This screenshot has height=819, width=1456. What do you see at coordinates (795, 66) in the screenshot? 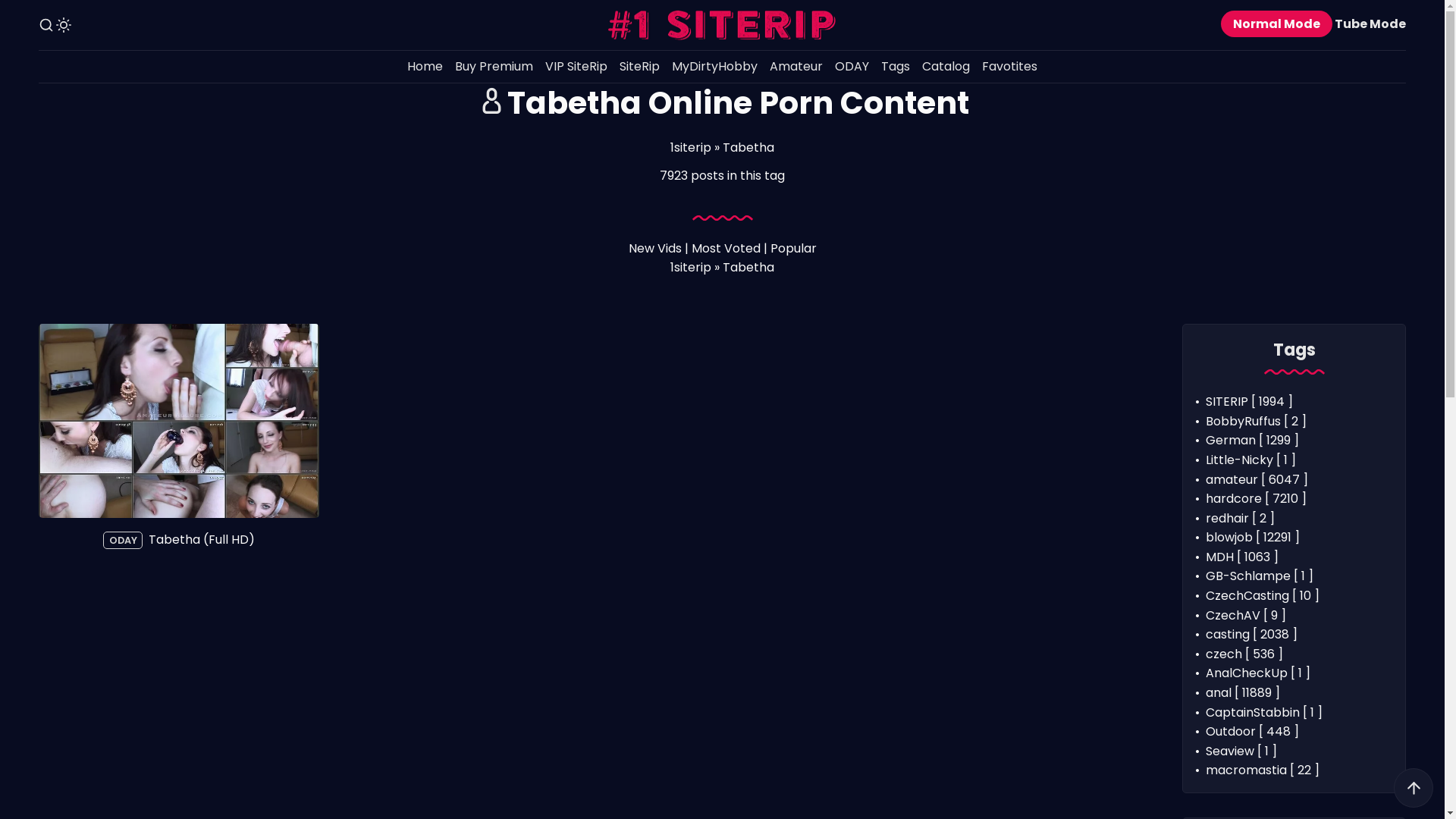
I see `'Amateur'` at bounding box center [795, 66].